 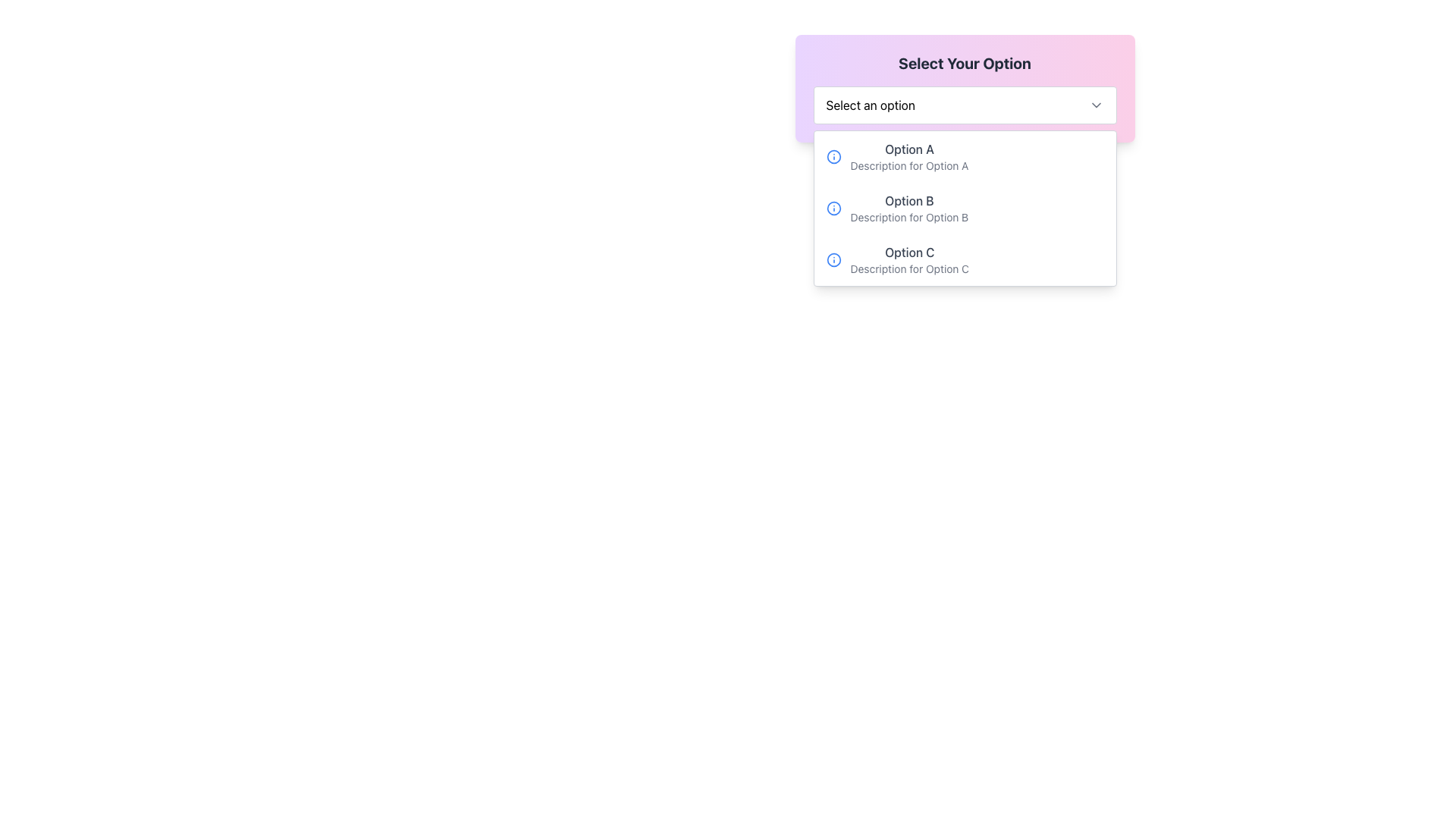 I want to click on to select the dropdown menu item labeled 'Option A' with the subtitle 'Description for Option A', located directly below the dropdown input field, so click(x=964, y=157).